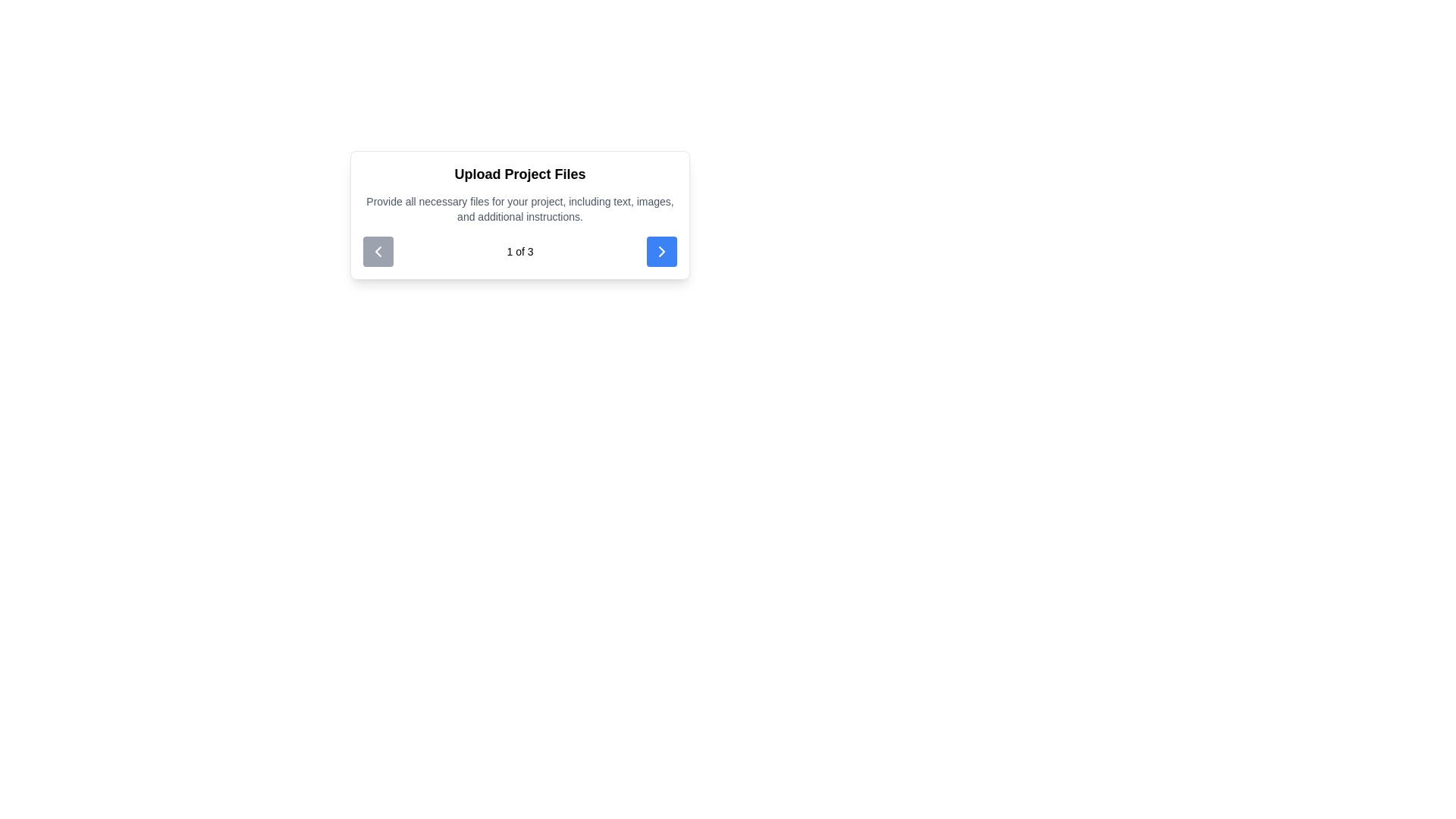  What do you see at coordinates (662, 250) in the screenshot?
I see `the blue button with a right-pointing chevron icon located on the far right of the navigation control` at bounding box center [662, 250].